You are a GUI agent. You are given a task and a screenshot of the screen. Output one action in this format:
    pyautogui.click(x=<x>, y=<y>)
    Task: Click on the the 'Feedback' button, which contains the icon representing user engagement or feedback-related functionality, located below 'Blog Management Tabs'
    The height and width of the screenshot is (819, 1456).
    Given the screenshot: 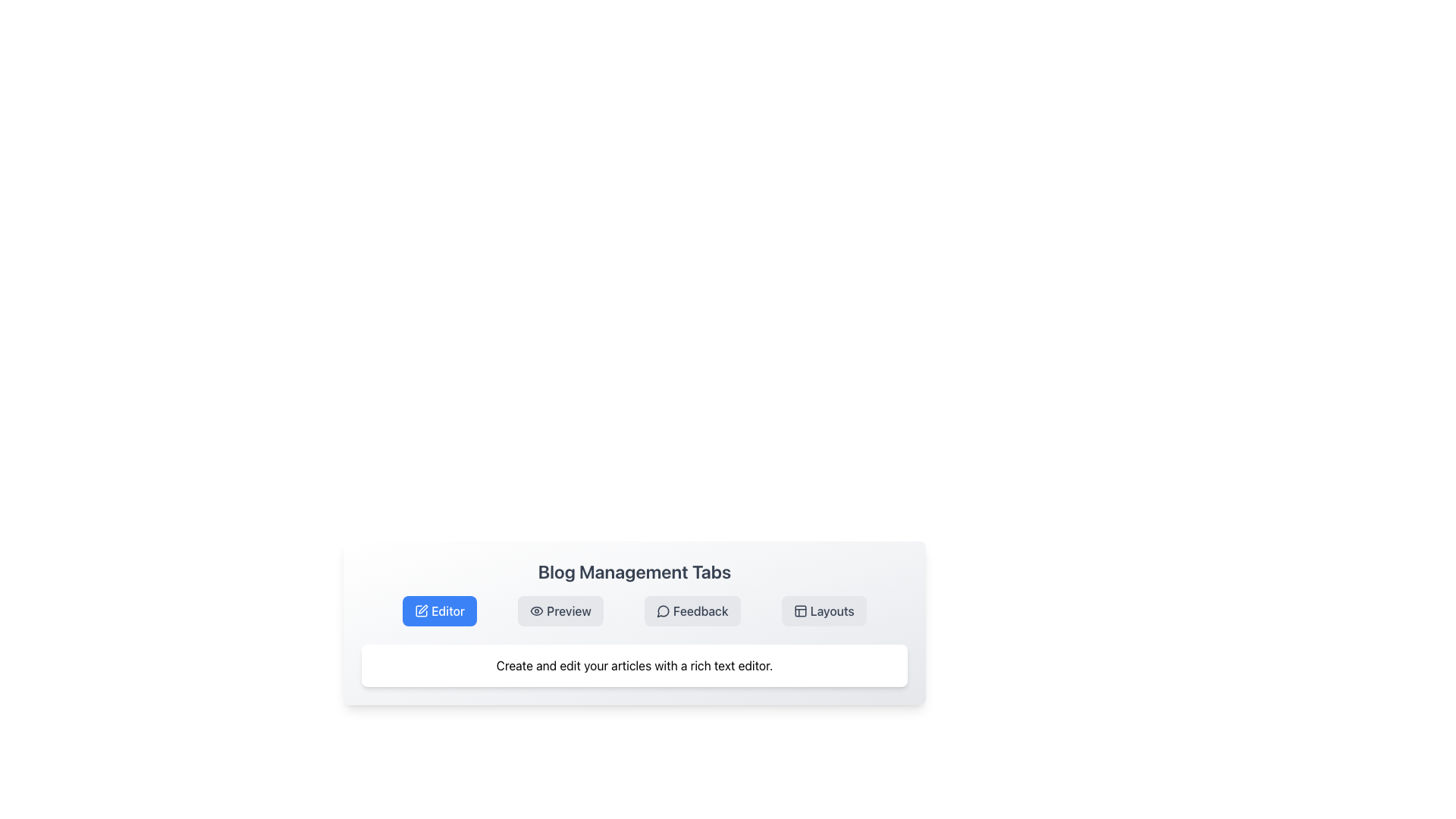 What is the action you would take?
    pyautogui.click(x=663, y=610)
    